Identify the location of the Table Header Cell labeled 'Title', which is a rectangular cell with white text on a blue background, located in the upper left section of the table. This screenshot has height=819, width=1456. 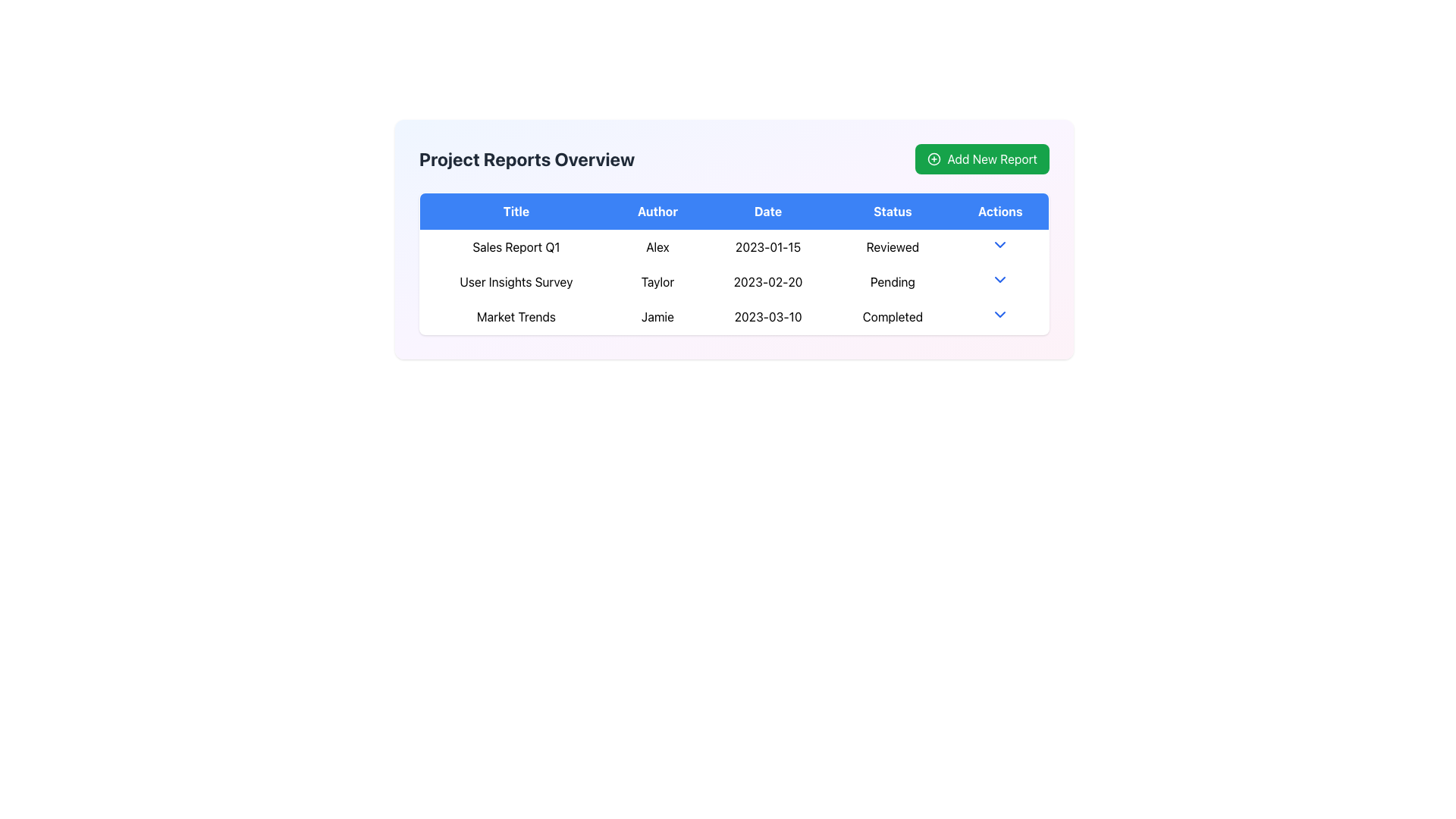
(516, 211).